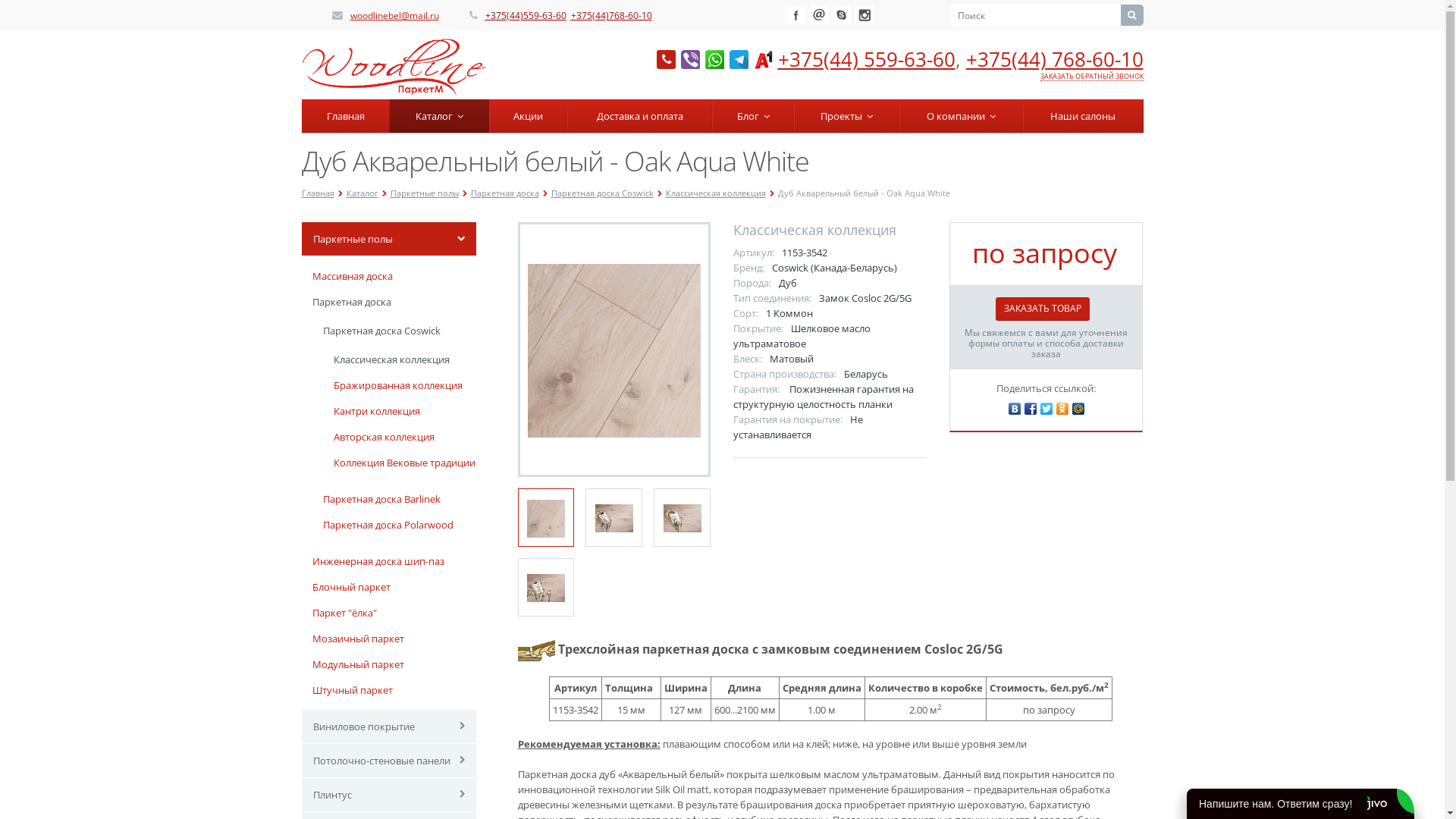 Image resolution: width=1456 pixels, height=819 pixels. Describe the element at coordinates (866, 58) in the screenshot. I see `'+375(44) 559-63-60'` at that location.